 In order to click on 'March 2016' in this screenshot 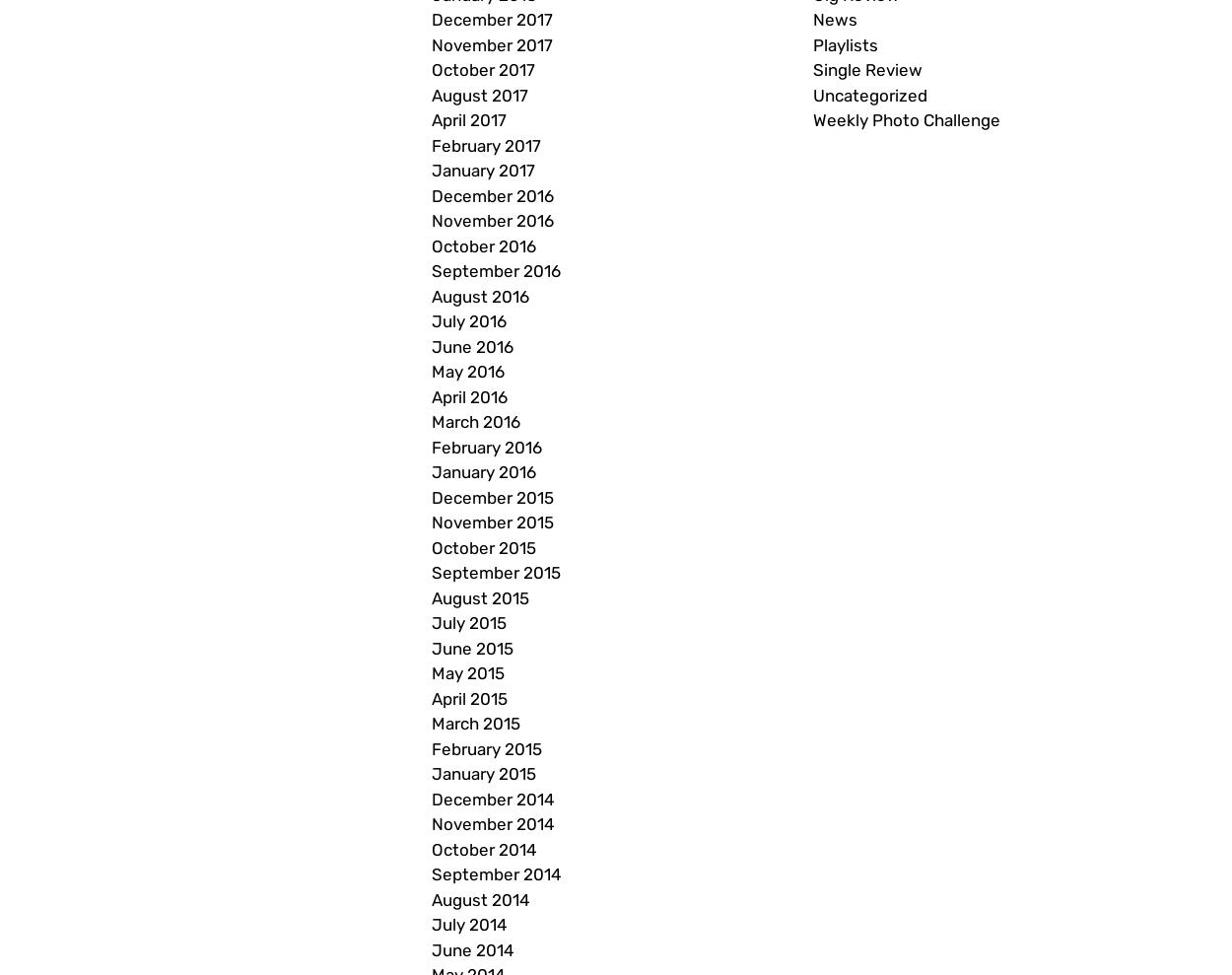, I will do `click(474, 422)`.